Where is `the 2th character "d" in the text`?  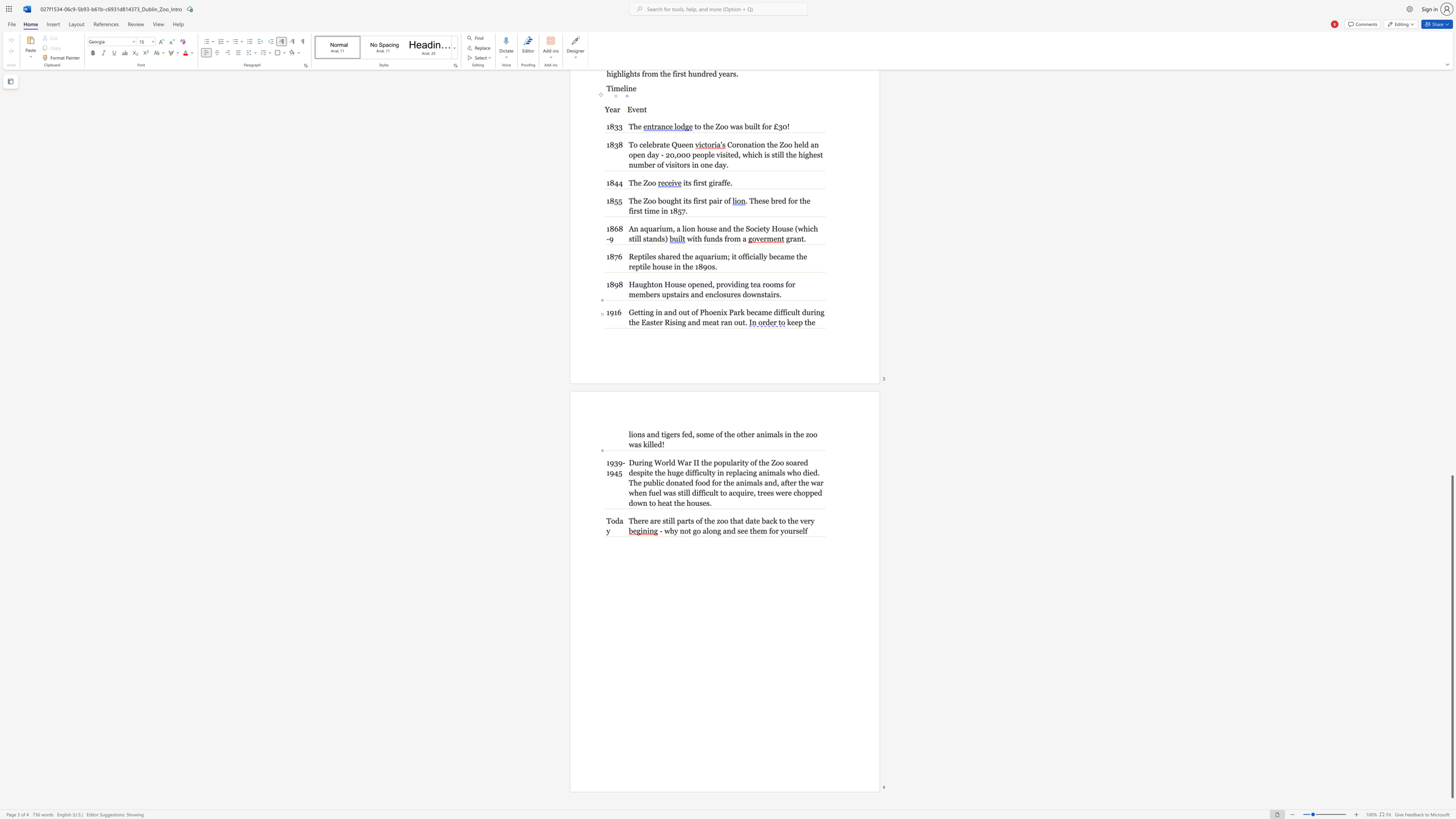
the 2th character "d" in the text is located at coordinates (631, 503).